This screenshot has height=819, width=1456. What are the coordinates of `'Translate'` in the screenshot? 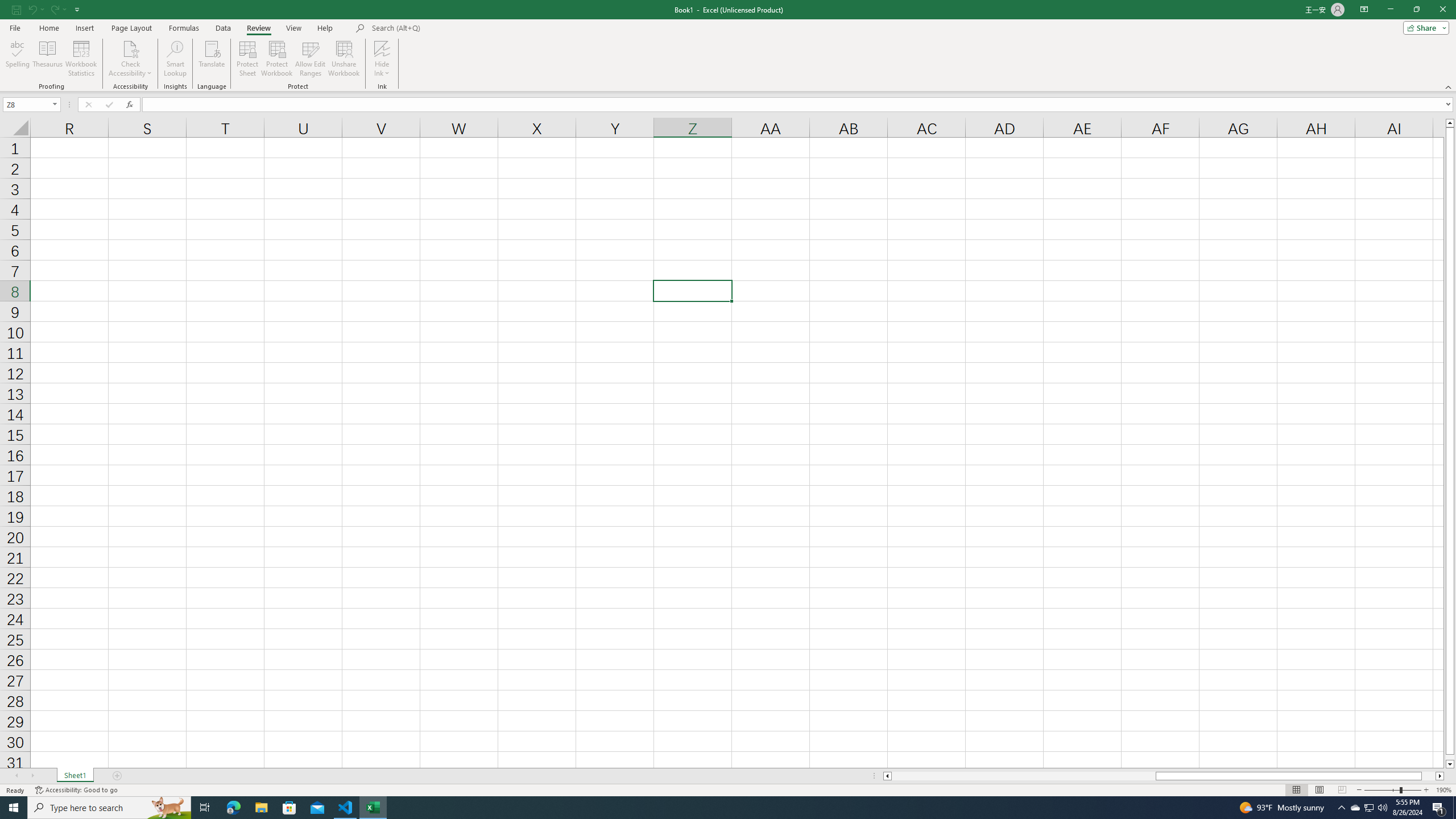 It's located at (211, 59).